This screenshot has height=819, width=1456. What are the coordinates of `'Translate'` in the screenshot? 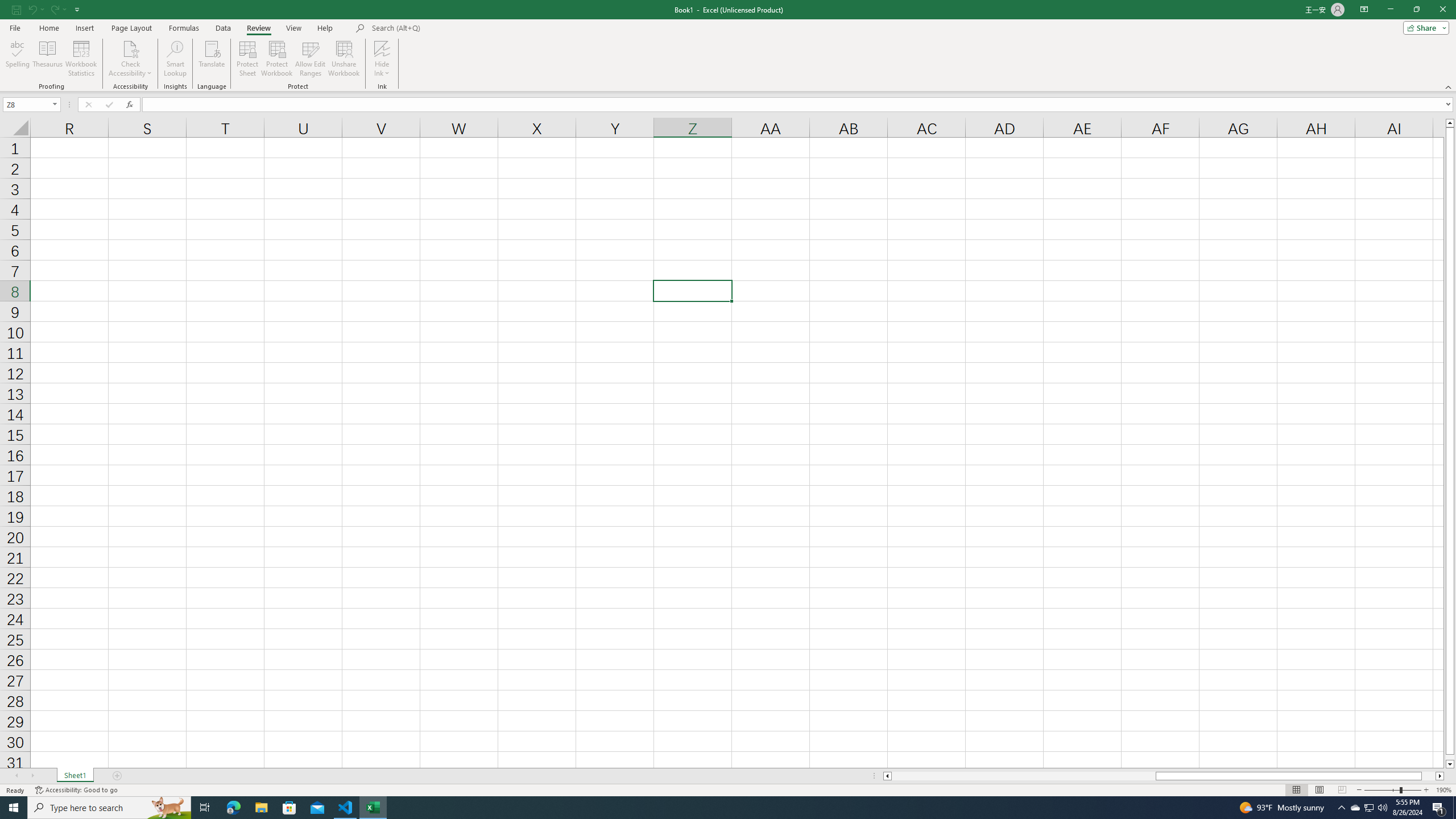 It's located at (211, 59).